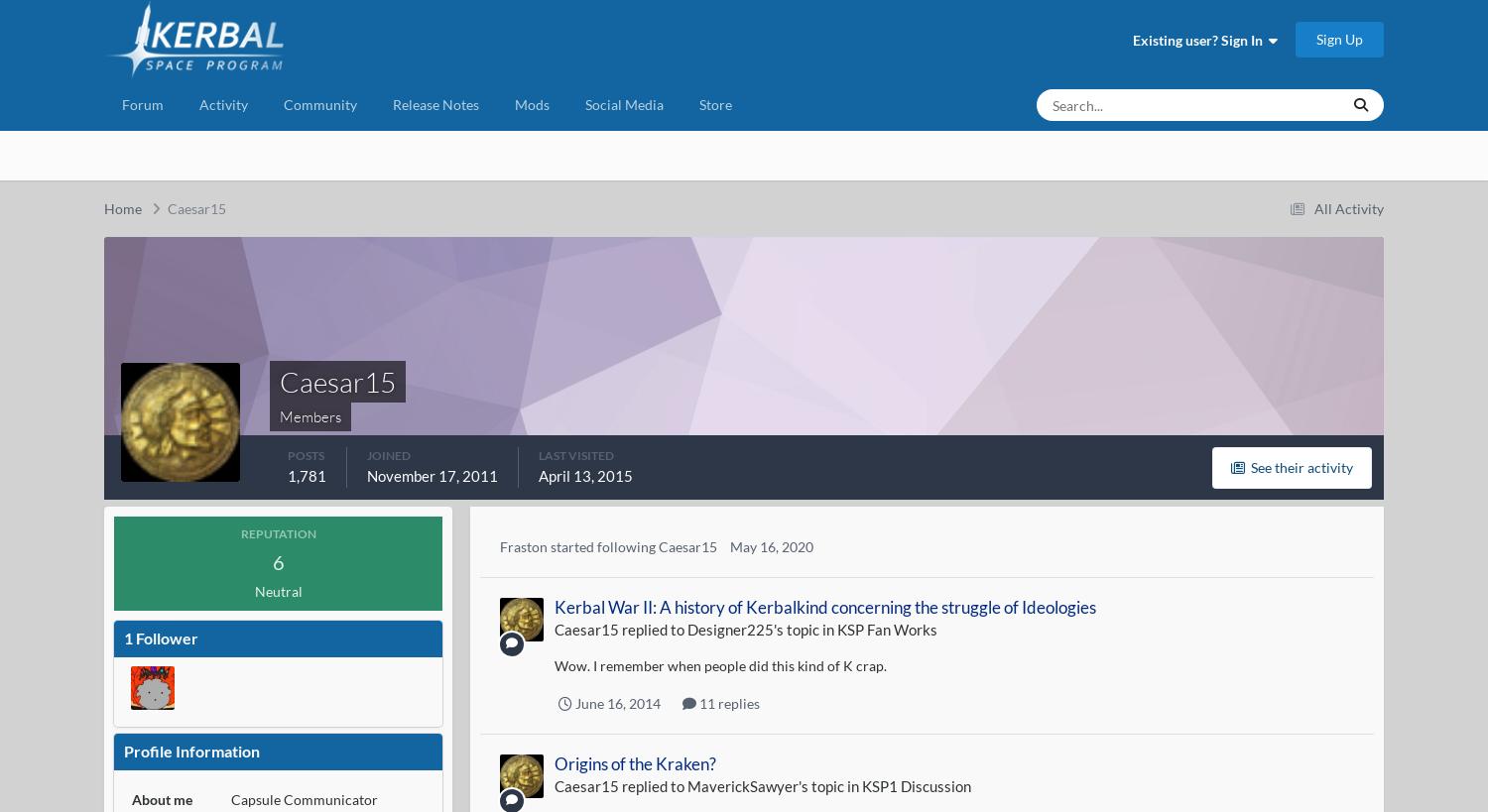 This screenshot has width=1488, height=812. What do you see at coordinates (726, 701) in the screenshot?
I see `'11 replies'` at bounding box center [726, 701].